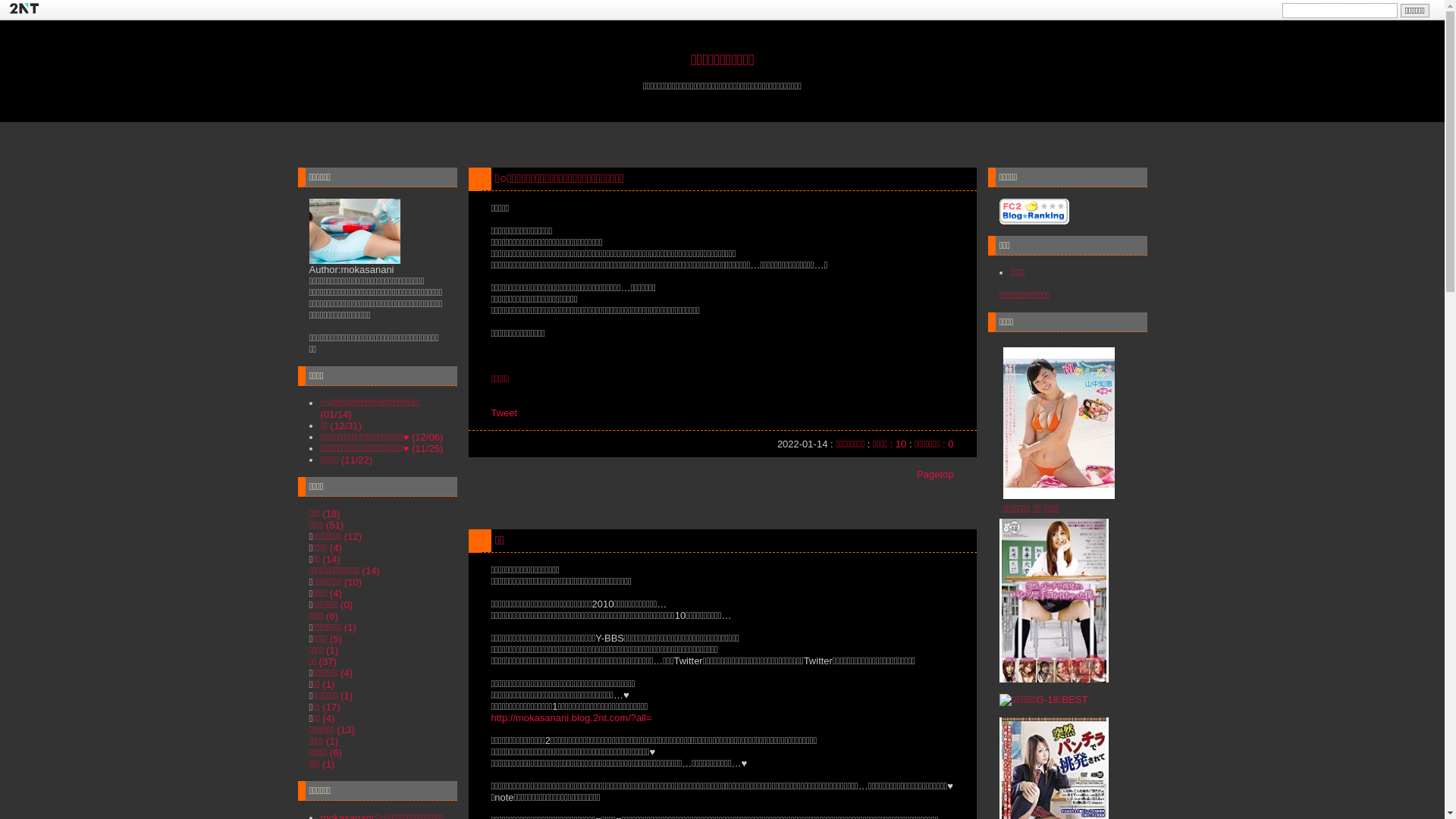 The image size is (1456, 819). What do you see at coordinates (934, 473) in the screenshot?
I see `'Pagetop'` at bounding box center [934, 473].